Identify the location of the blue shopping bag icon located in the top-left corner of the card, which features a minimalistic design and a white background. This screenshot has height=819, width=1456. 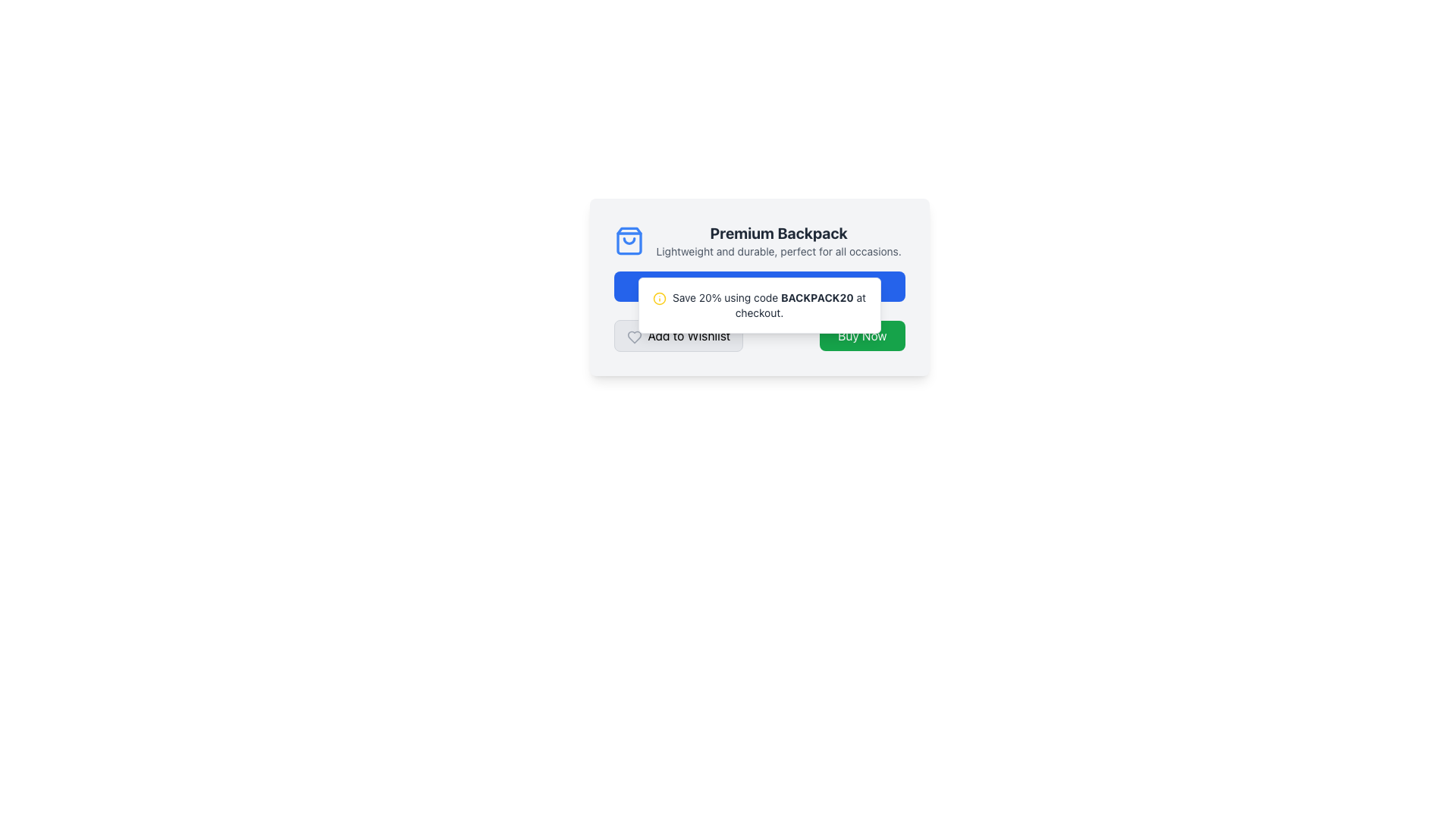
(629, 240).